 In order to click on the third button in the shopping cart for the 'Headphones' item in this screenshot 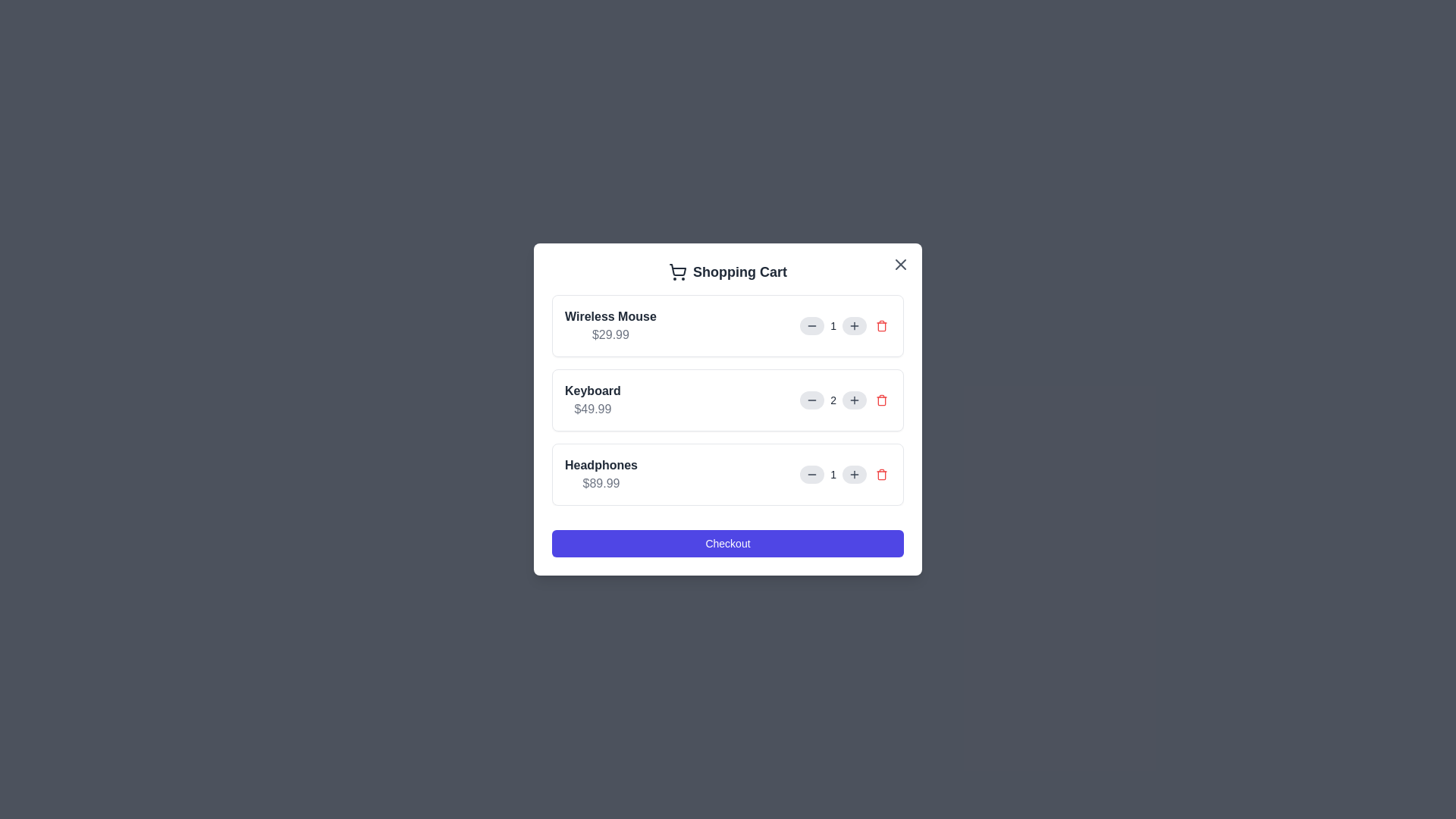, I will do `click(855, 473)`.